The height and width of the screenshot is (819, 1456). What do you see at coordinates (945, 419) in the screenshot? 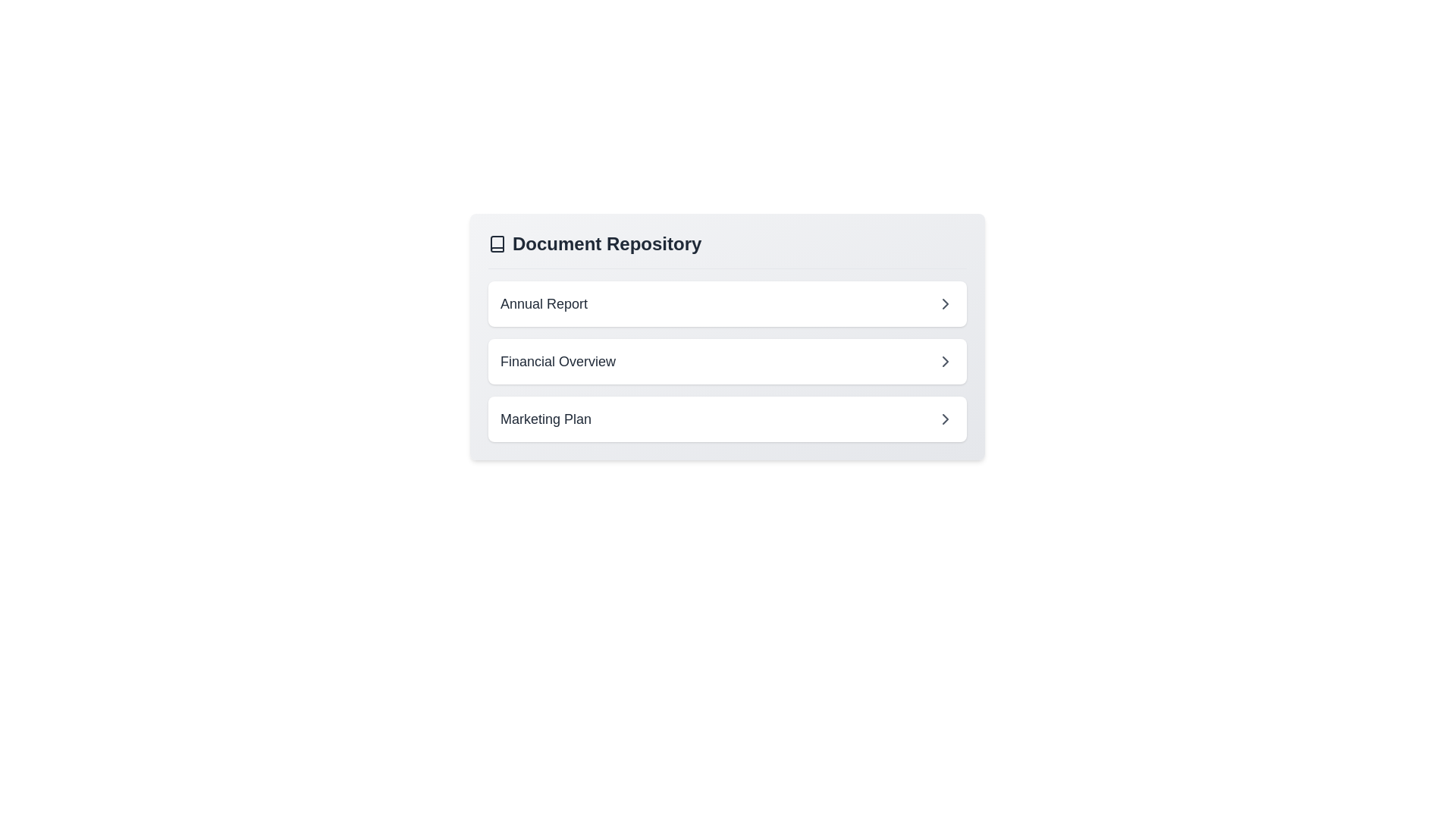
I see `the right-pointing chevron navigation icon located to the far right of the 'Marketing Plan' list item in the 'Document Repository' section` at bounding box center [945, 419].